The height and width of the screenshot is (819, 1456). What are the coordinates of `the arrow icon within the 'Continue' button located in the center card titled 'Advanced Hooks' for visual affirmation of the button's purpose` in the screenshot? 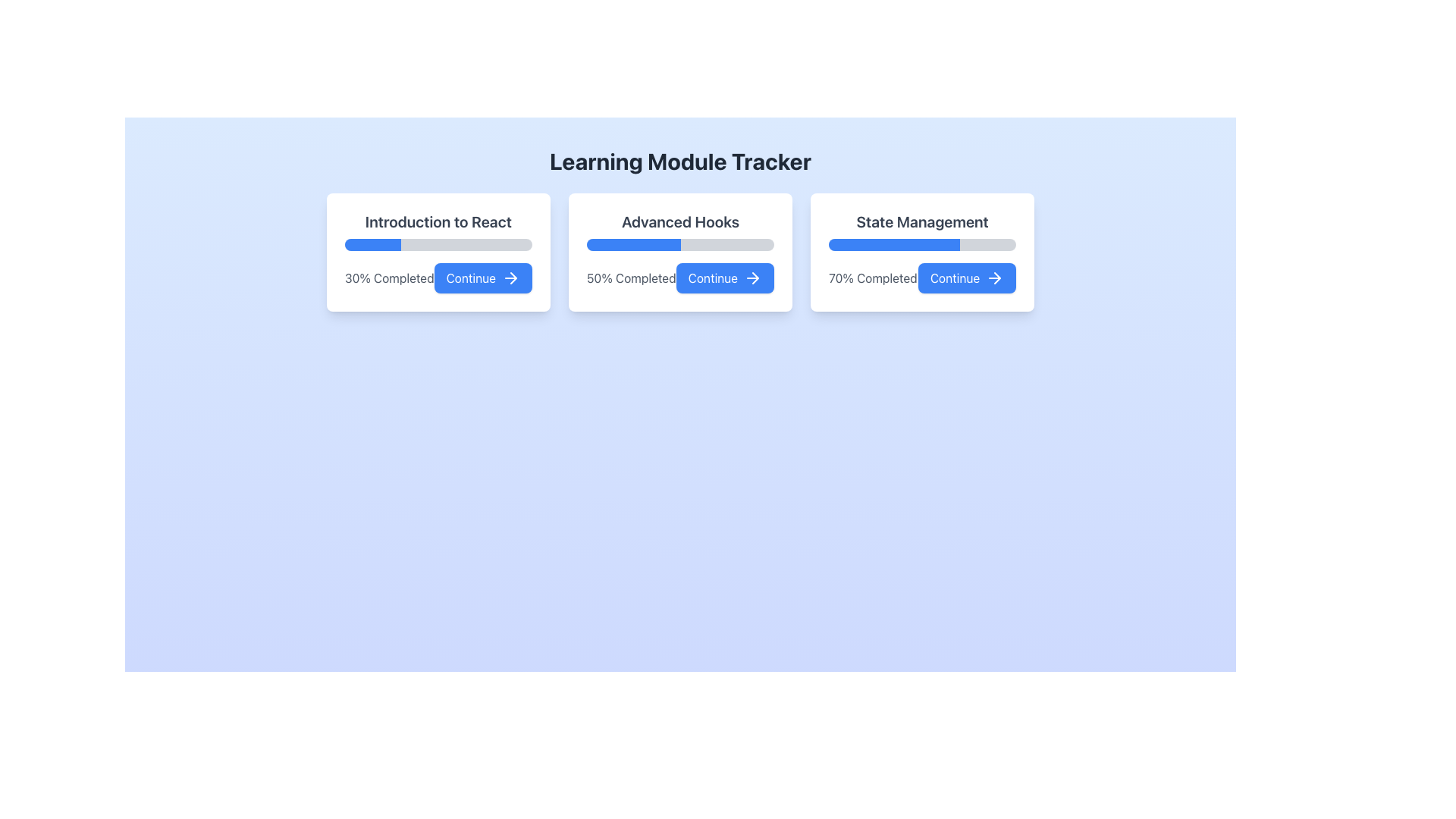 It's located at (753, 278).